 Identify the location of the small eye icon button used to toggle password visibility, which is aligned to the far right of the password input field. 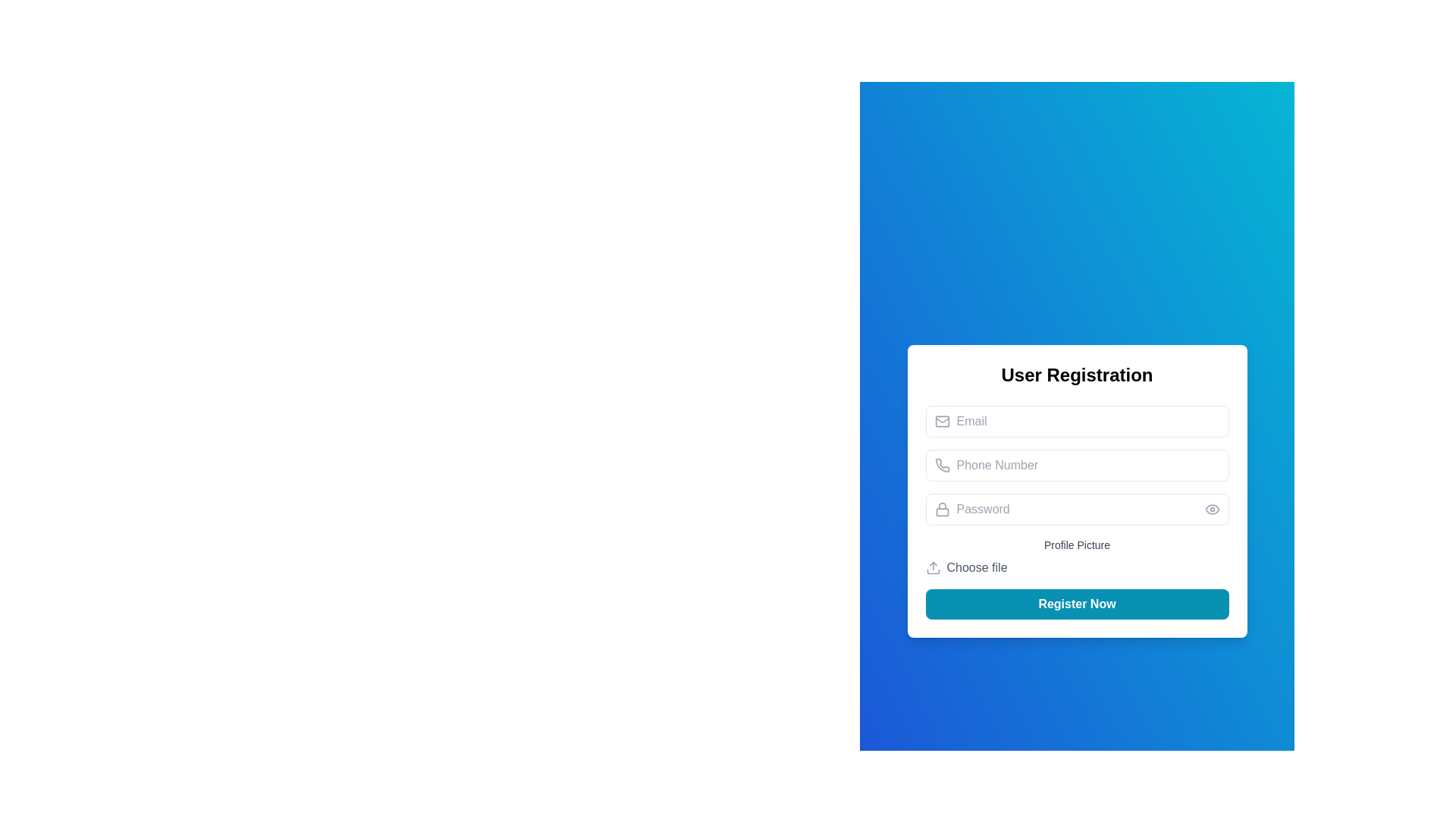
(1211, 509).